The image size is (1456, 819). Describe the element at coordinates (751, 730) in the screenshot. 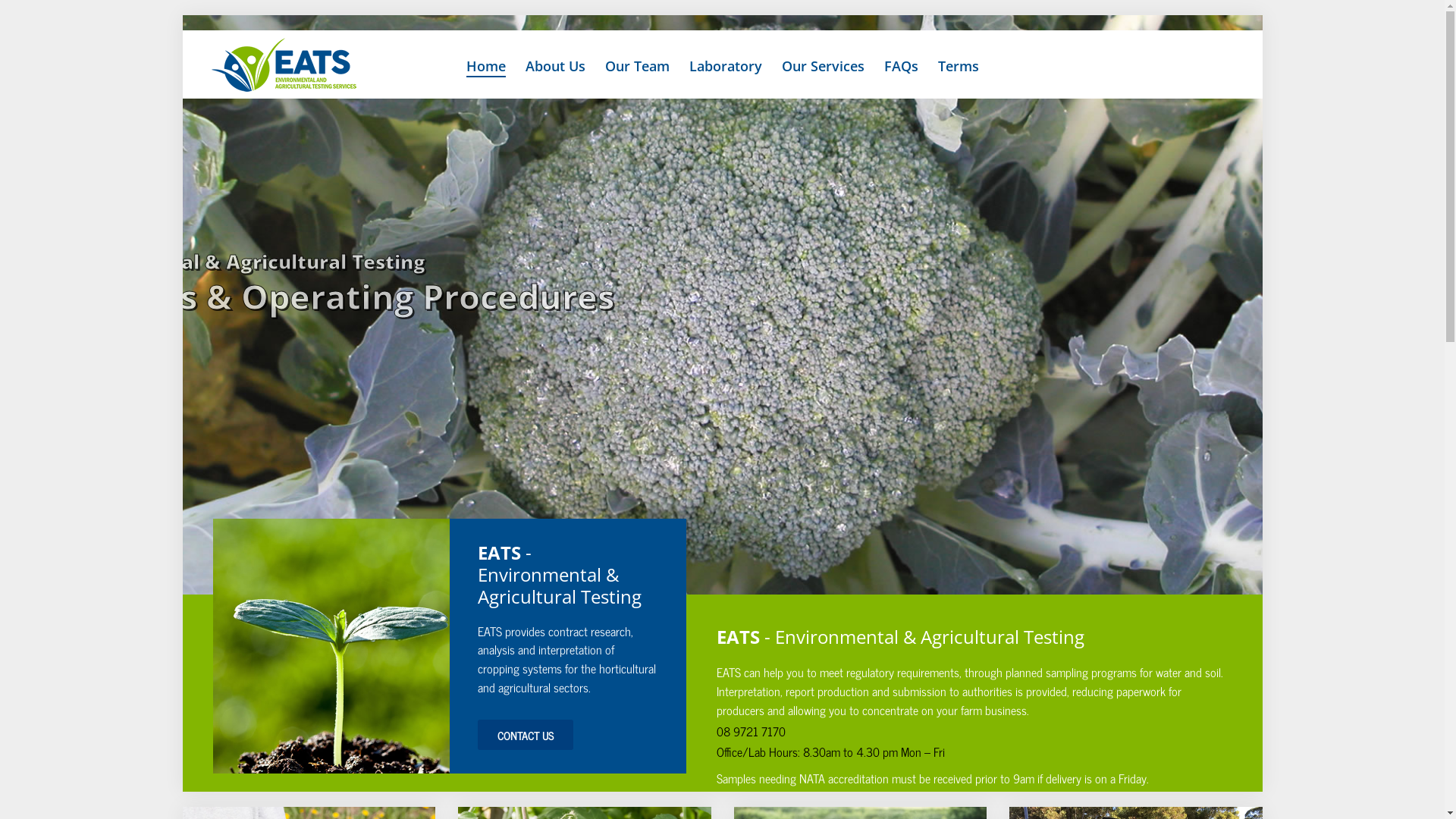

I see `'08 9721 7170'` at that location.